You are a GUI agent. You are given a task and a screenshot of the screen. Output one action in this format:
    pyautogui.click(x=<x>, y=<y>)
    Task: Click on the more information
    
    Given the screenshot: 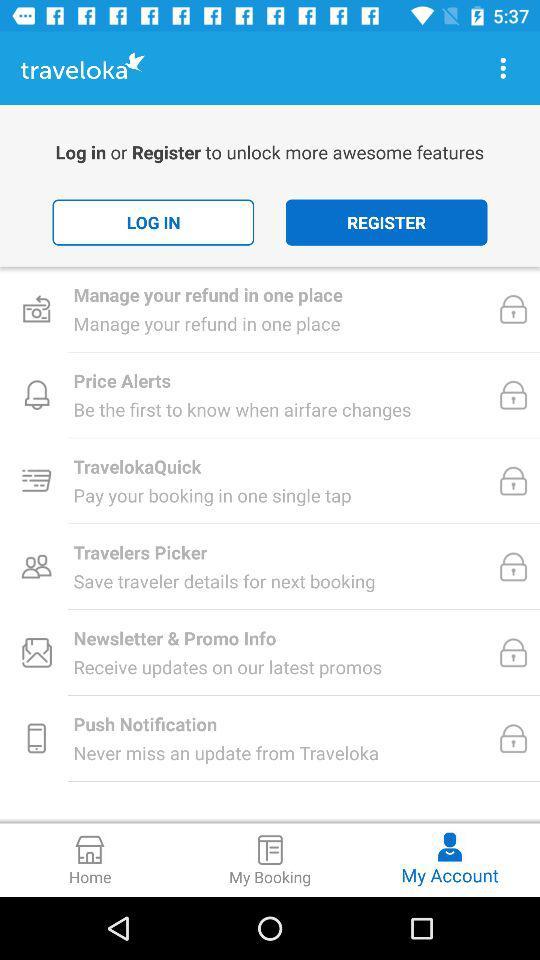 What is the action you would take?
    pyautogui.click(x=502, y=68)
    